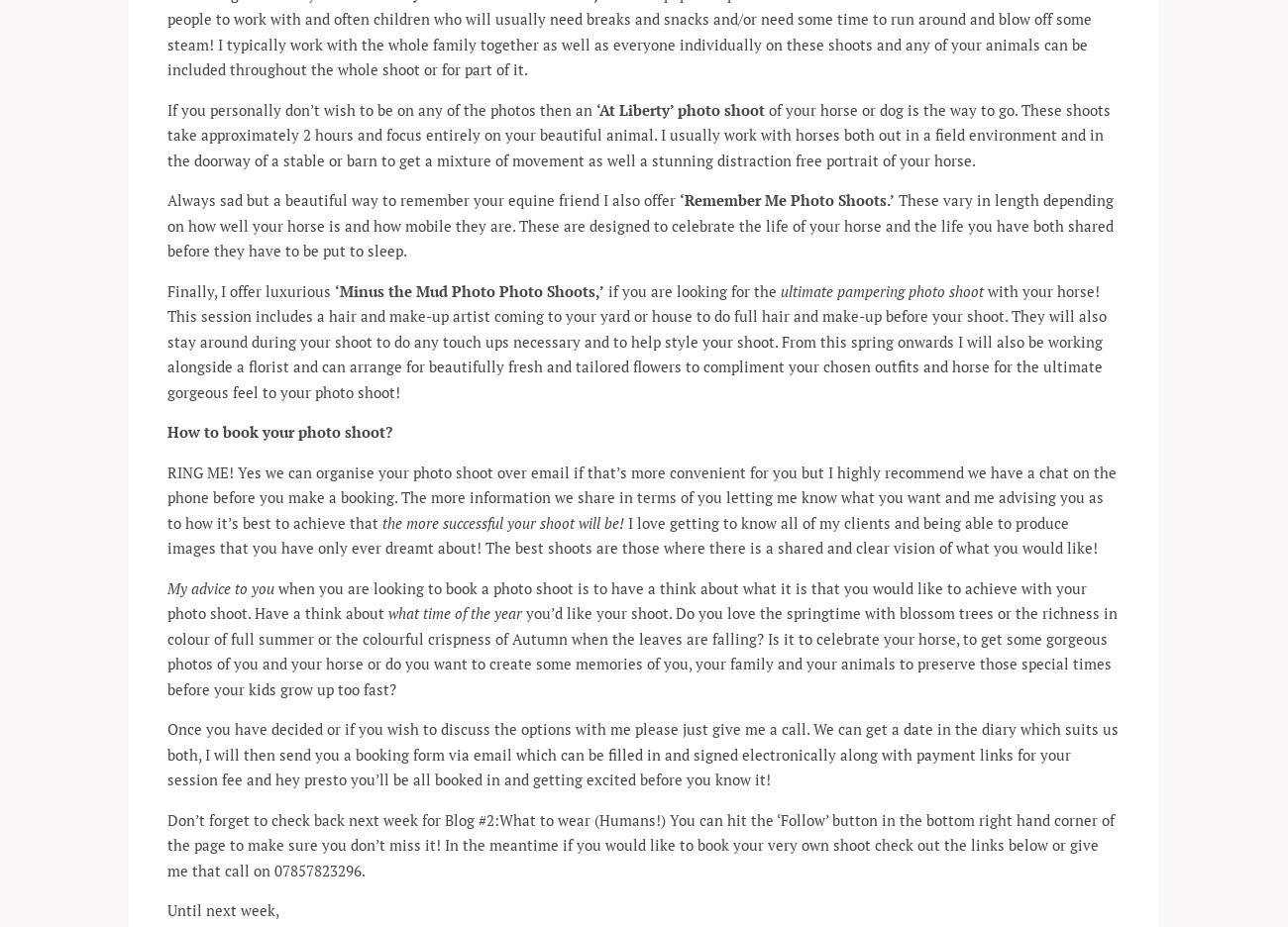 Image resolution: width=1288 pixels, height=927 pixels. What do you see at coordinates (642, 495) in the screenshot?
I see `'RING ME! Yes we can organise your photo shoot over email if that’s more convenient for you but I highly recommend we have a chat on the phone before you make a booking. The more information we share in terms of you letting me know what you want and me advising you as to how it’s best to achieve that'` at bounding box center [642, 495].